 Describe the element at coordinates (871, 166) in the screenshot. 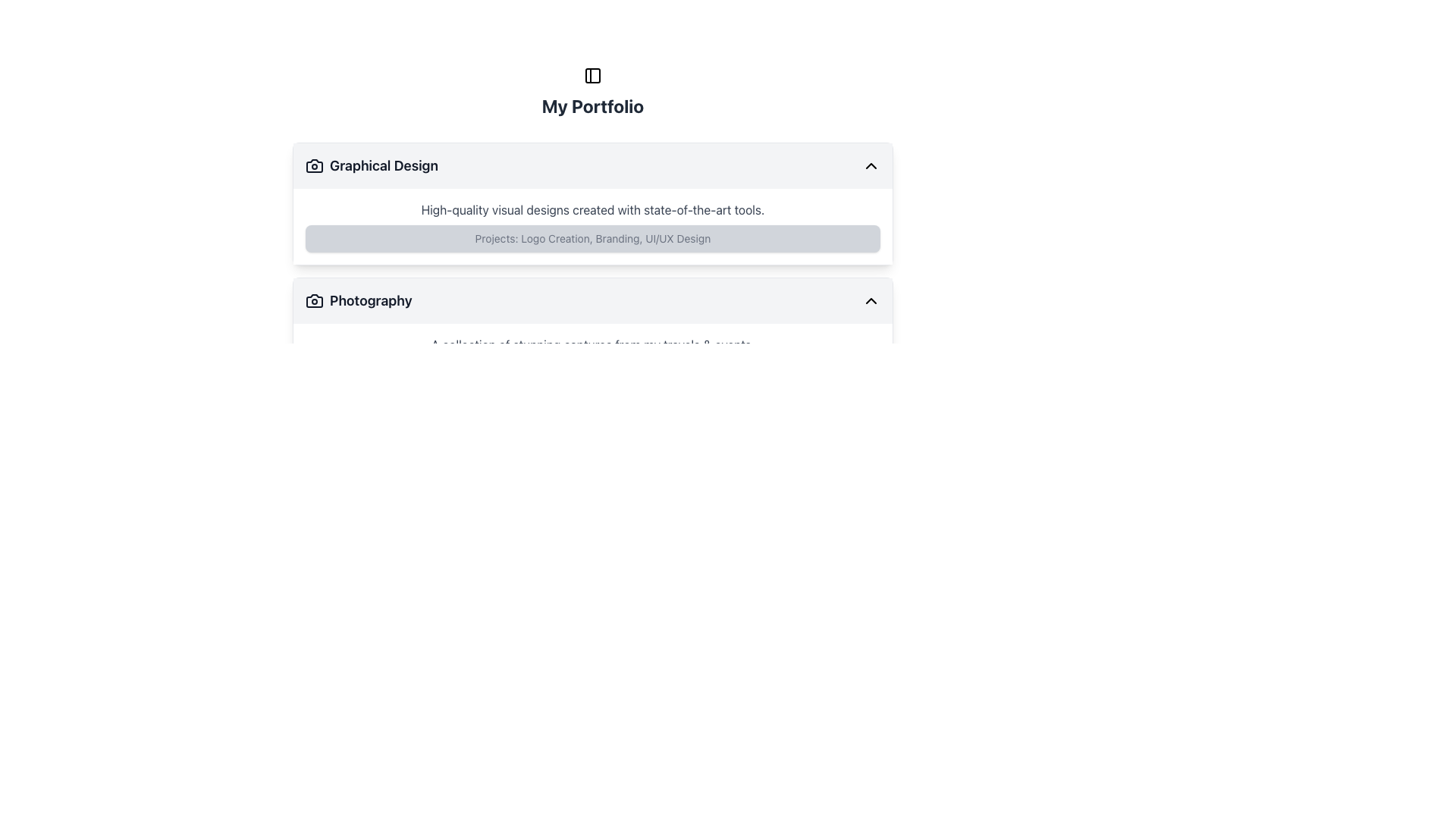

I see `the Icon Button that collapses the 'Graphical Design' section, located on the far right within the top border of the section heading` at that location.